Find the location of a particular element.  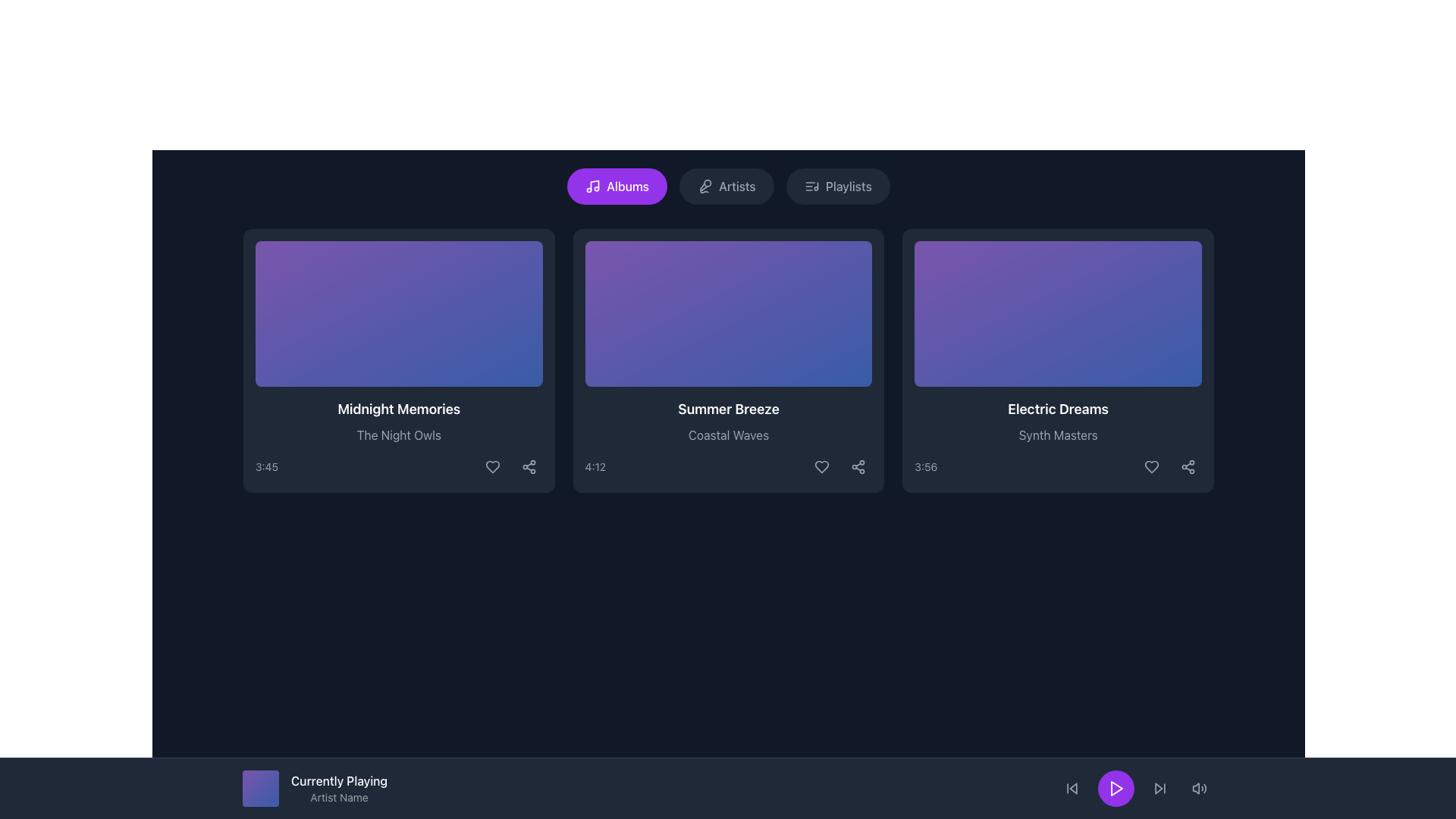

the microphone icon button labeled 'Artists', which is located centrally in the navigation bar, to the left of the text label is located at coordinates (704, 186).